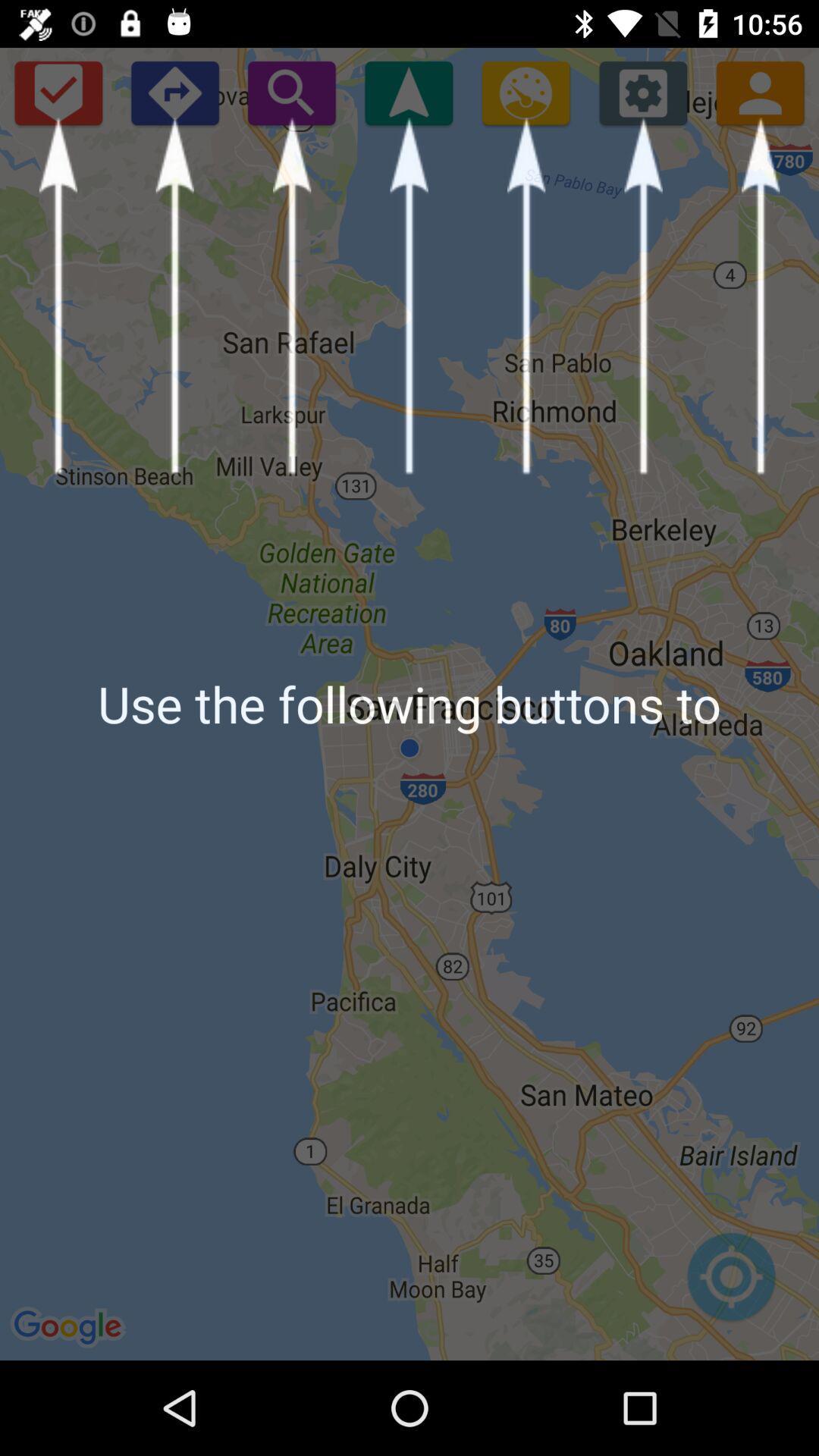  Describe the element at coordinates (408, 92) in the screenshot. I see `show my location` at that location.